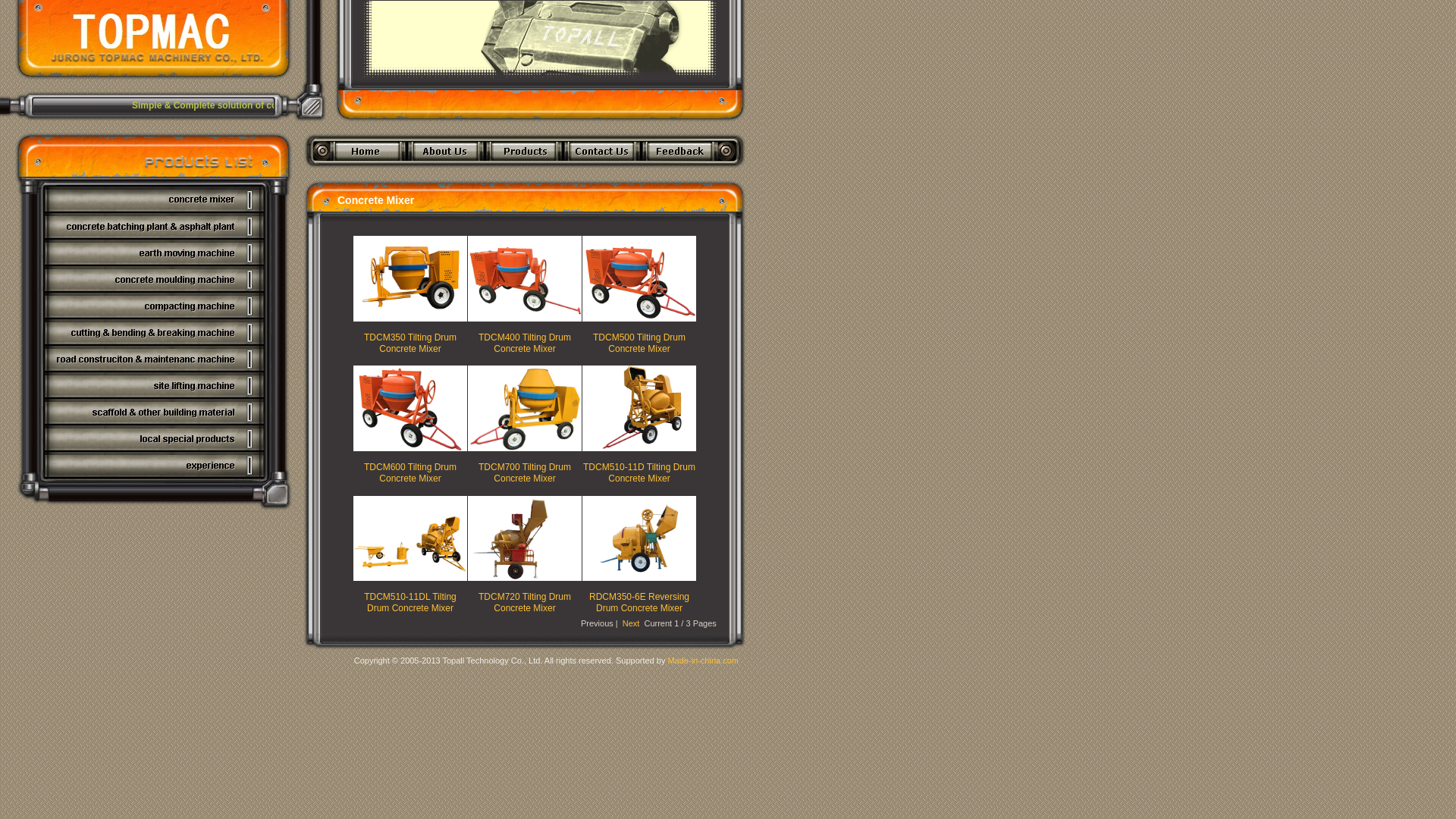  I want to click on 'ralph lauren polo shirt', so click(1081, 174).